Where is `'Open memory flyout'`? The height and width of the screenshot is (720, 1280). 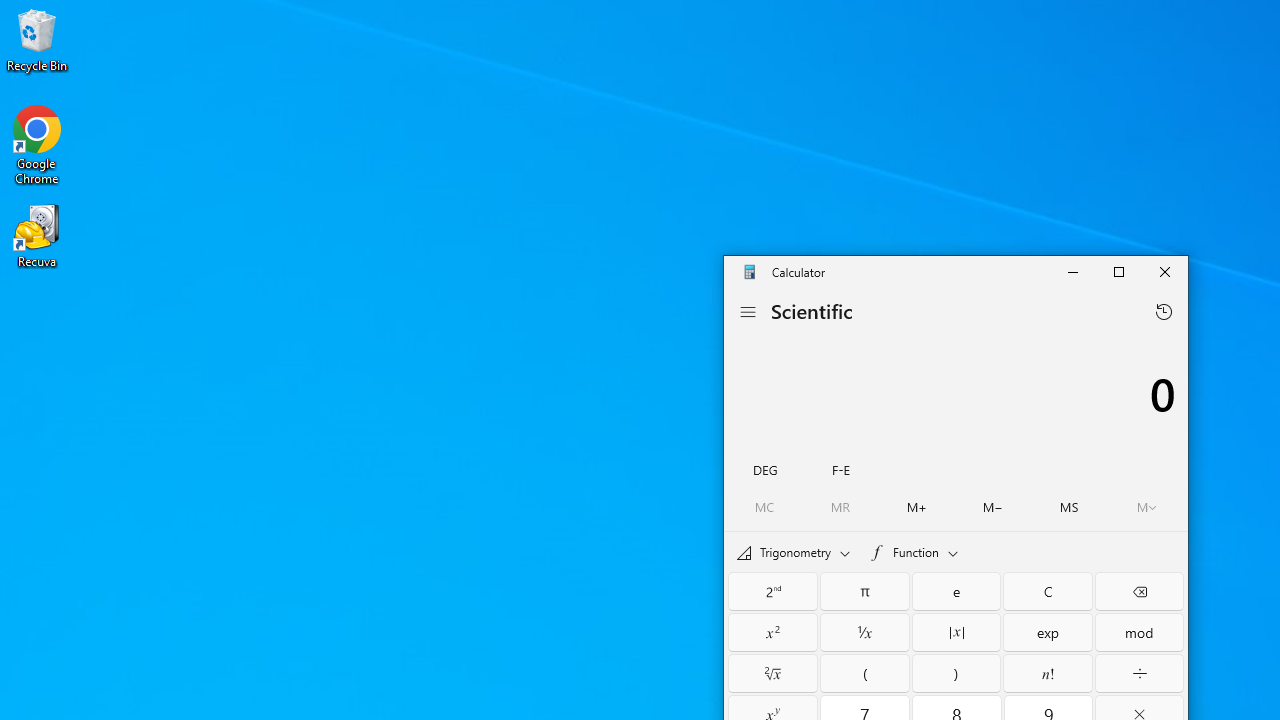
'Open memory flyout' is located at coordinates (1146, 506).